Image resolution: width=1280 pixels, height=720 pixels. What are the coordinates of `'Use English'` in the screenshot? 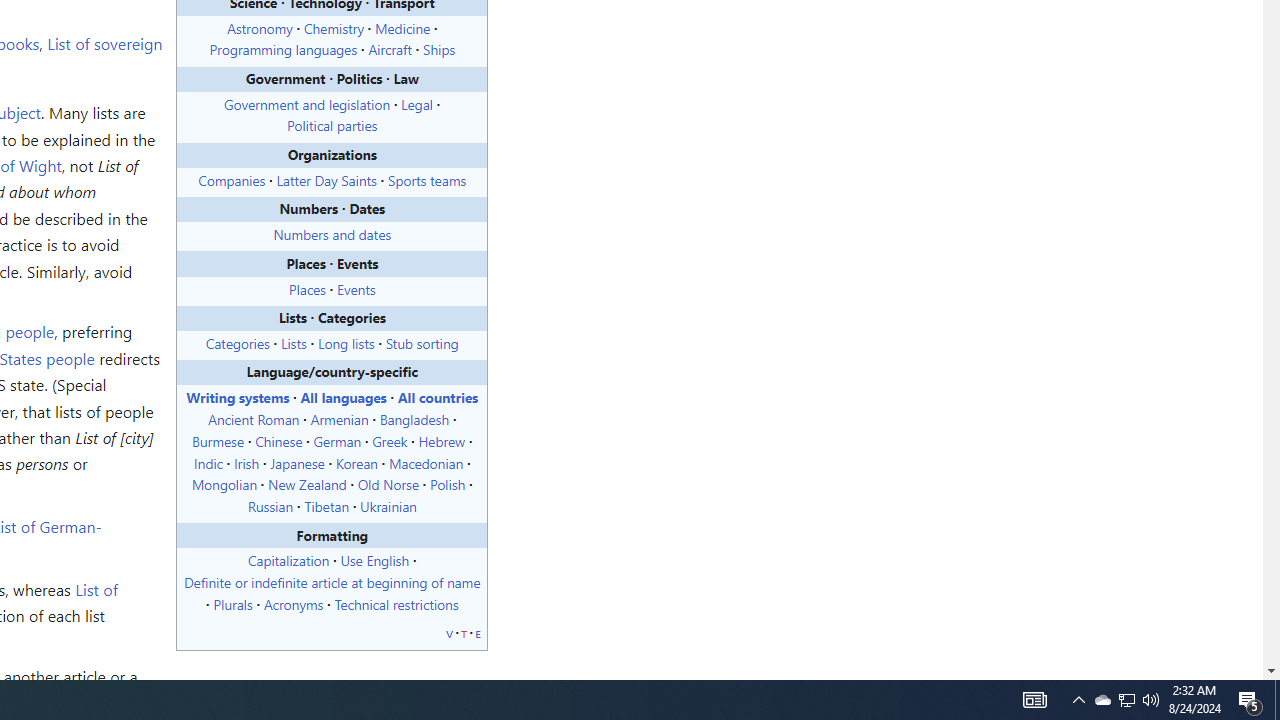 It's located at (375, 560).